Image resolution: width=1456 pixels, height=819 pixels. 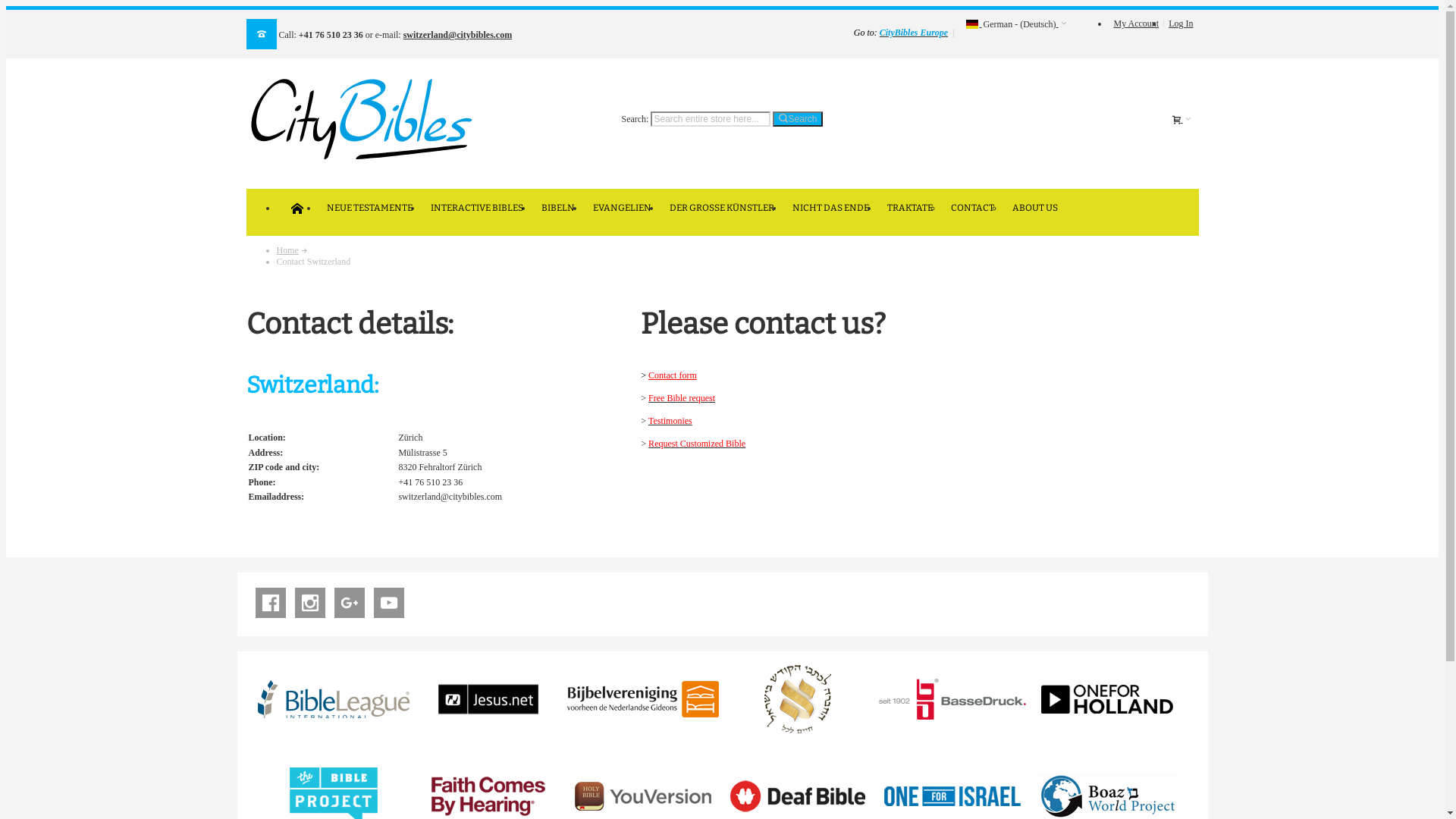 What do you see at coordinates (403, 34) in the screenshot?
I see `'switzerland@citybibles.com'` at bounding box center [403, 34].